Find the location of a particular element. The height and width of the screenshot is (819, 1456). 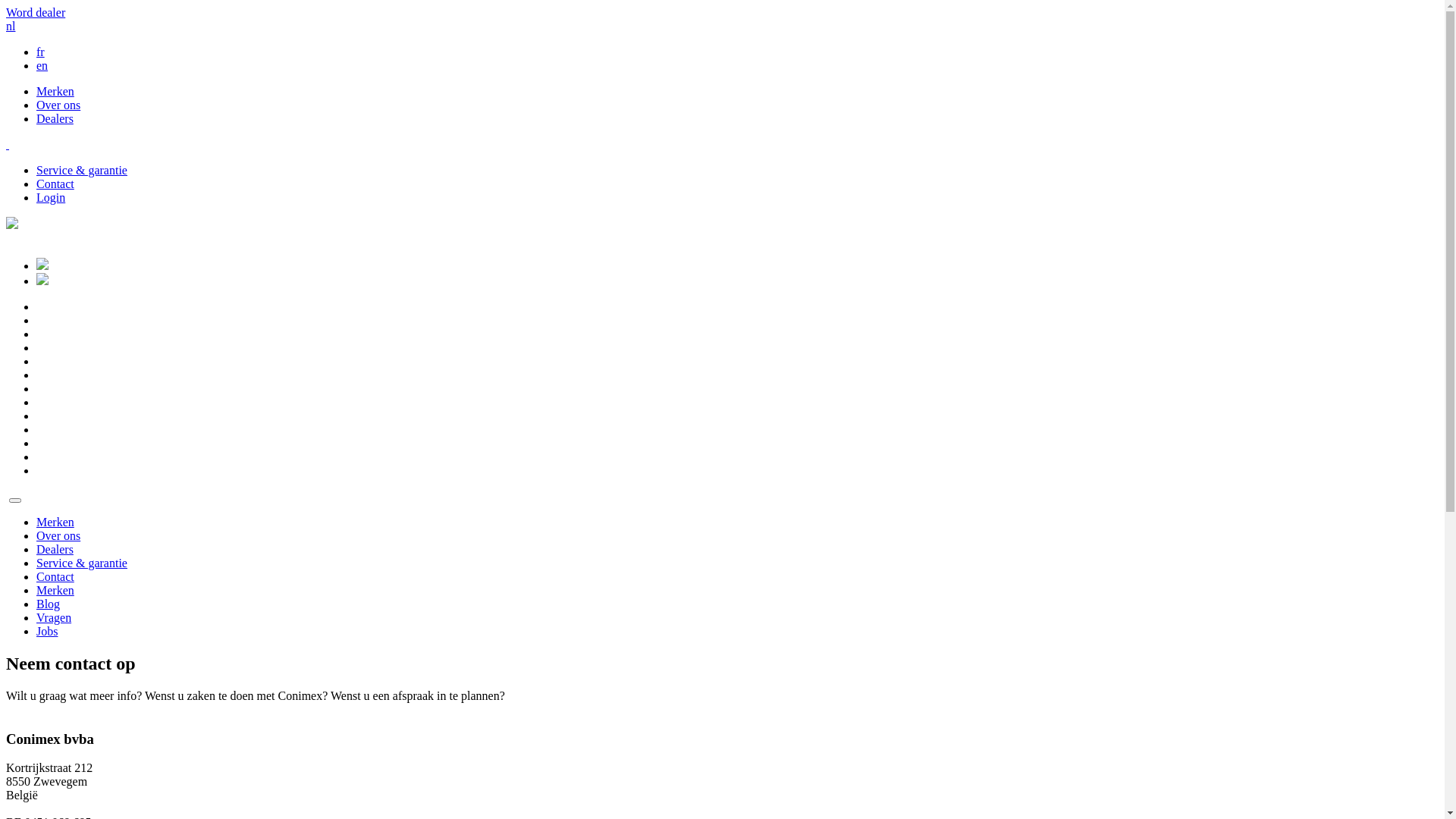

'Word dealer' is located at coordinates (36, 12).